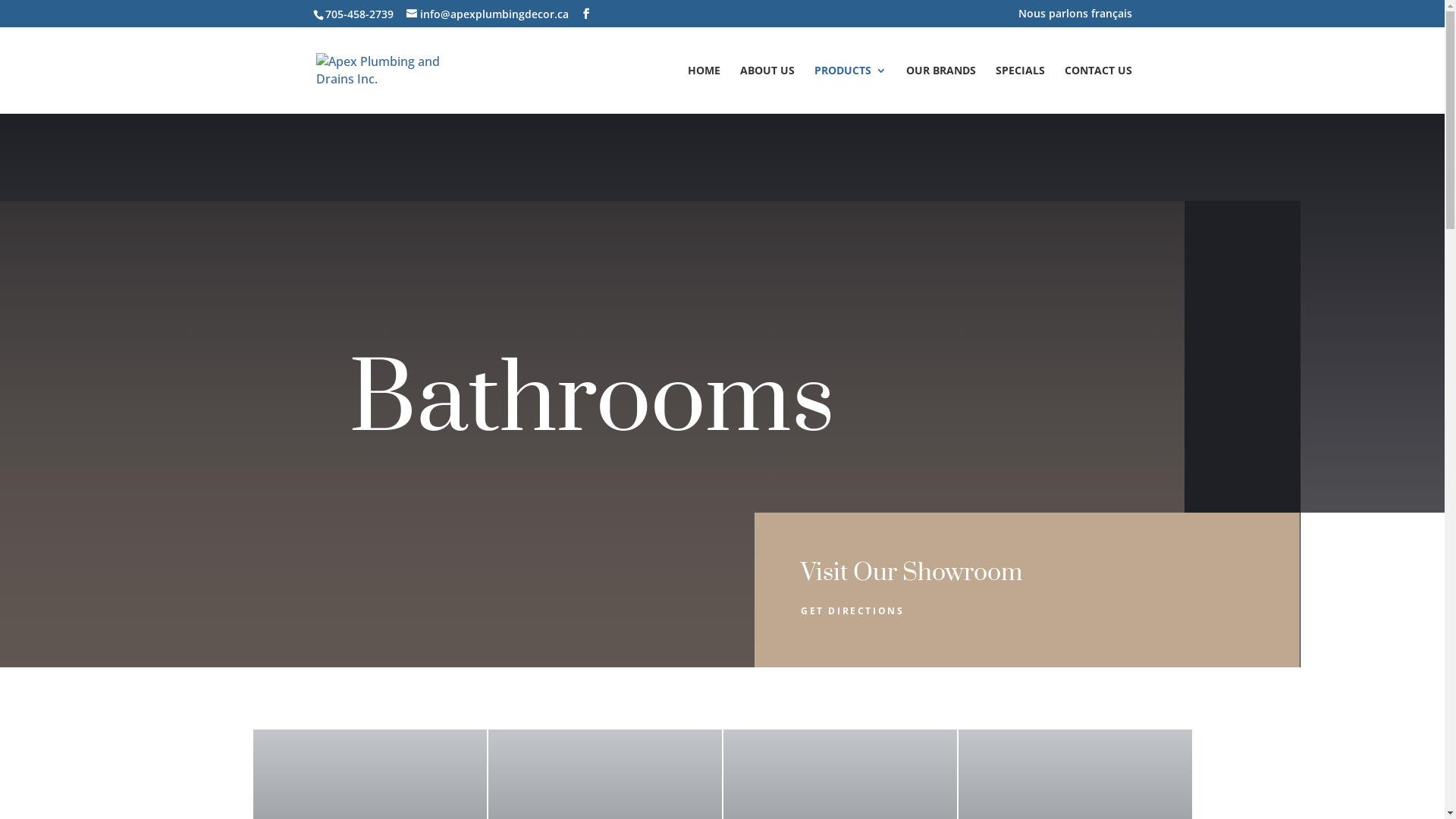 The width and height of the screenshot is (1456, 819). Describe the element at coordinates (767, 89) in the screenshot. I see `'ABOUT US'` at that location.